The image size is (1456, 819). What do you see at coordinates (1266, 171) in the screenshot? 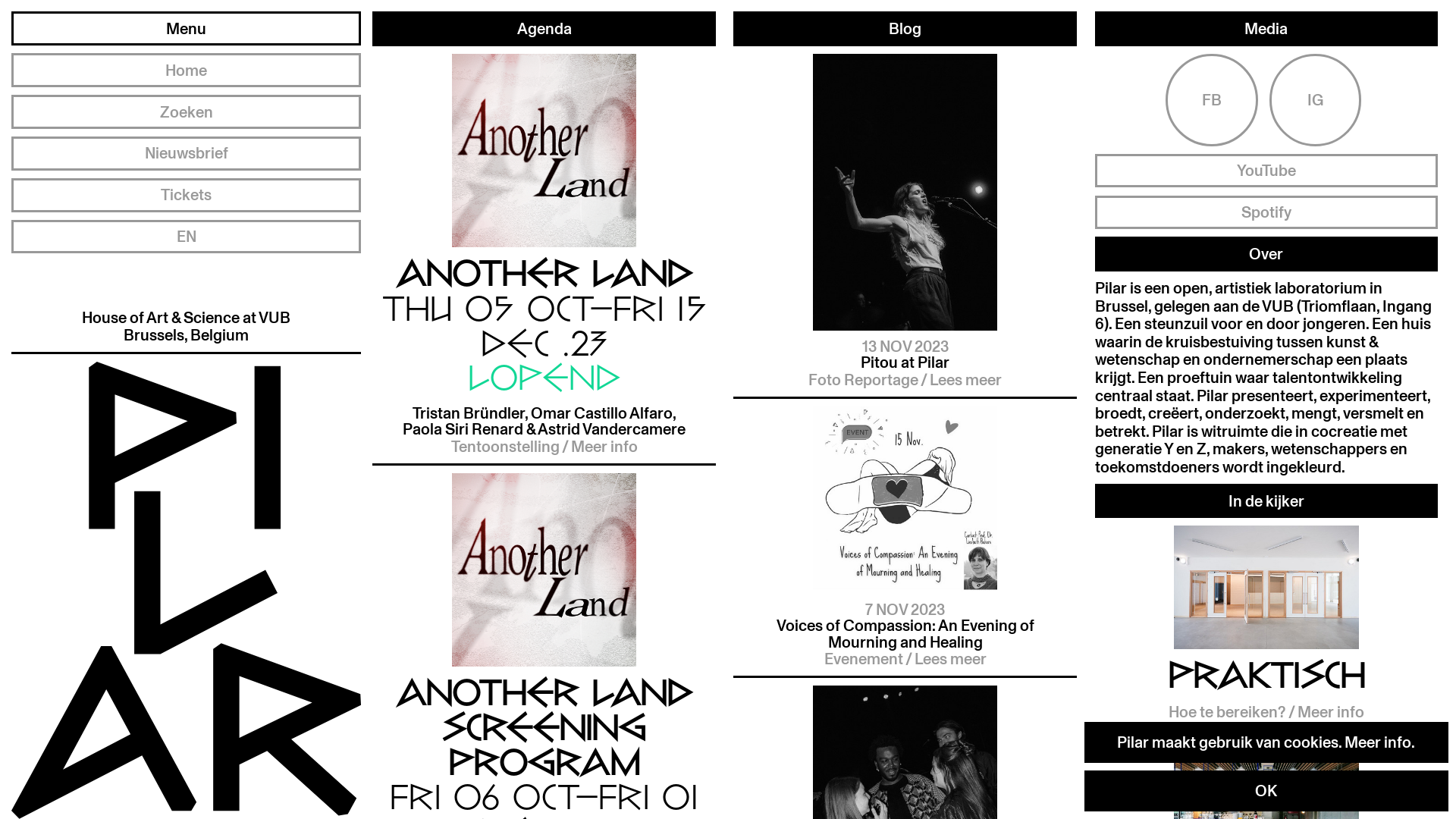
I see `'YouTube'` at bounding box center [1266, 171].